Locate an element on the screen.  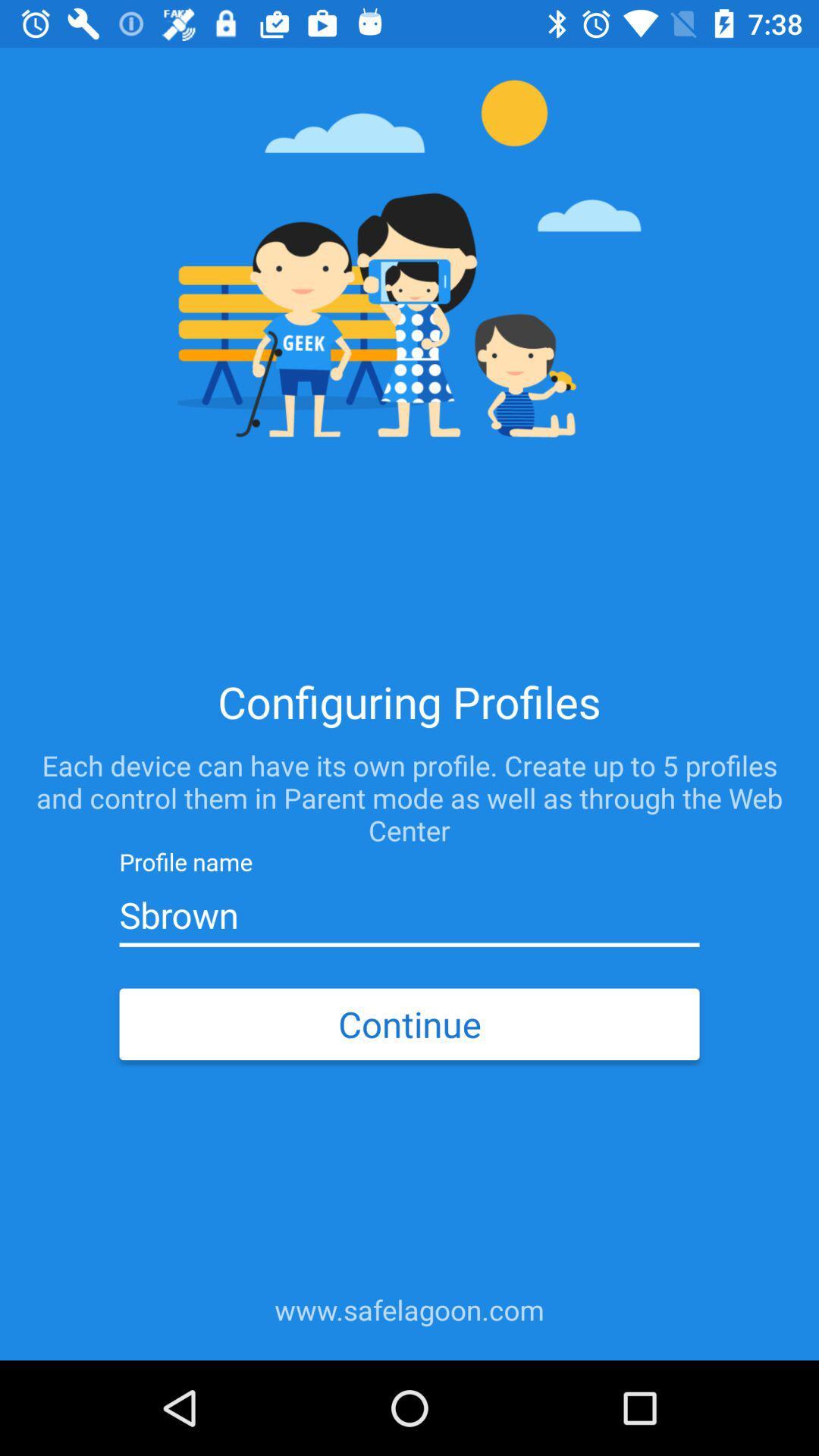
the icon below each device can icon is located at coordinates (409, 915).